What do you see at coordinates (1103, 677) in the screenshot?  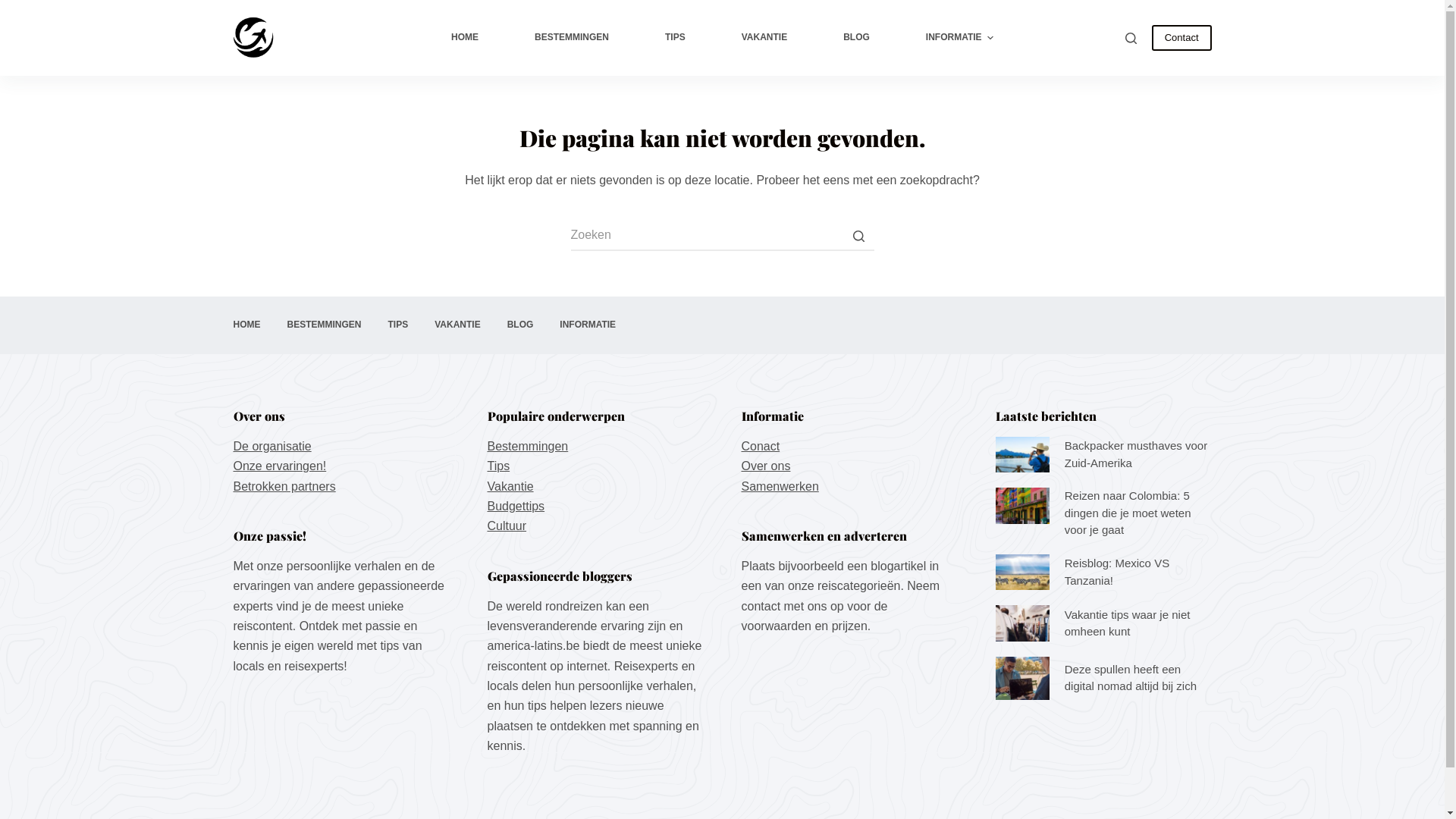 I see `'Deze spullen heeft een digital nomad altijd bij zich'` at bounding box center [1103, 677].